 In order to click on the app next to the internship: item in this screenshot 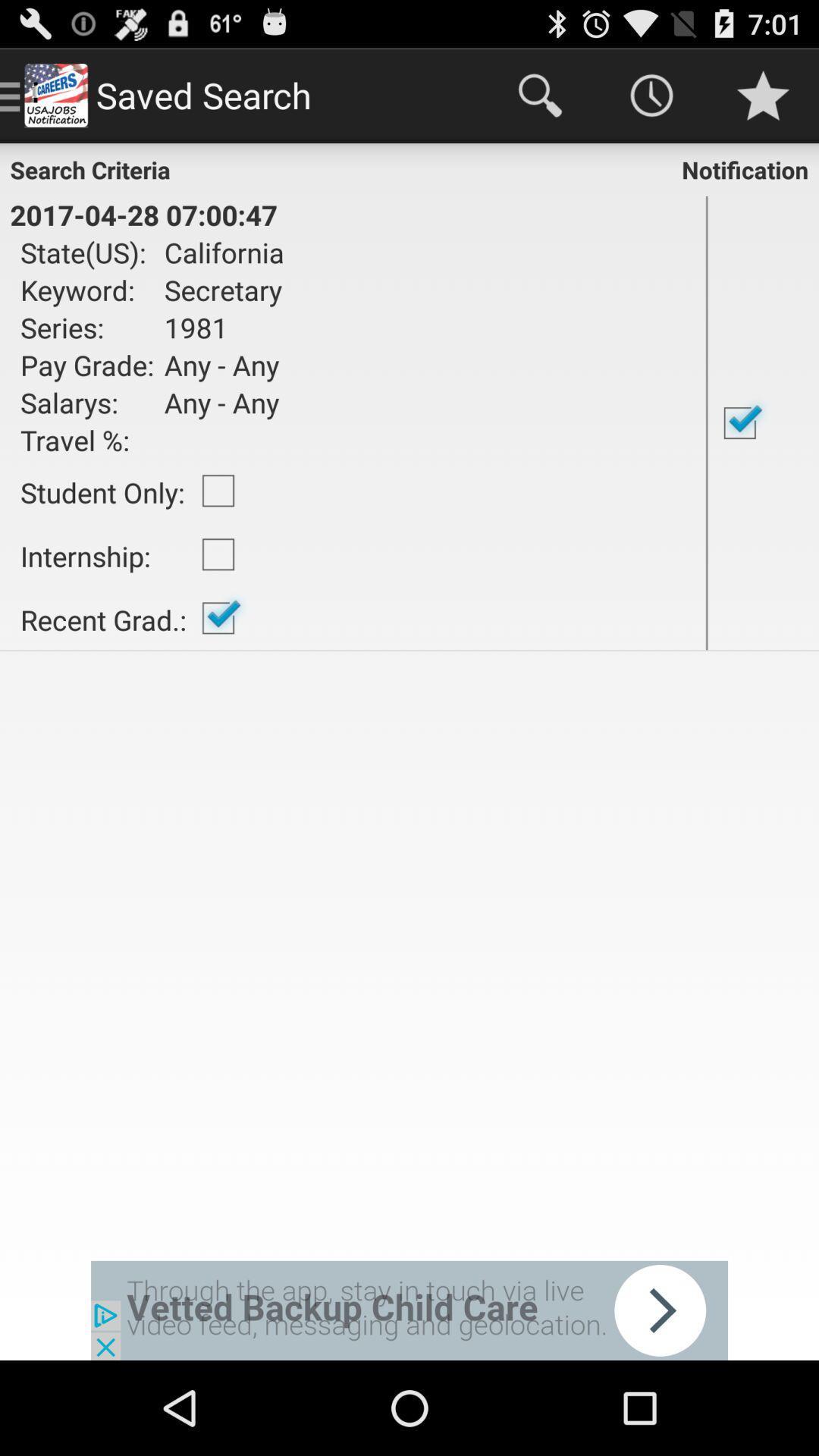, I will do `click(218, 618)`.